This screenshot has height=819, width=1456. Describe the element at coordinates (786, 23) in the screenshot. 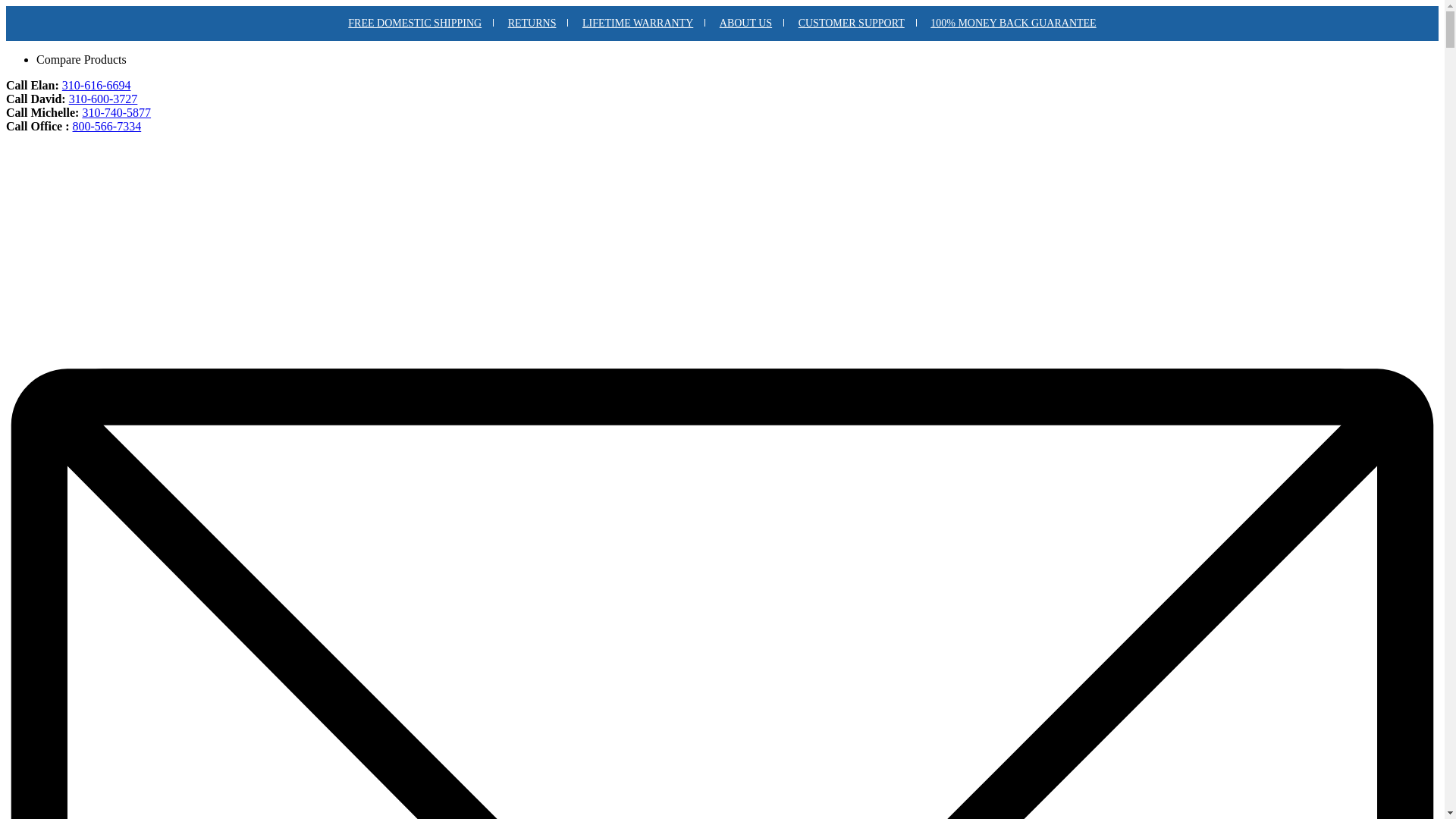

I see `'CUSTOMER SUPPORT'` at that location.